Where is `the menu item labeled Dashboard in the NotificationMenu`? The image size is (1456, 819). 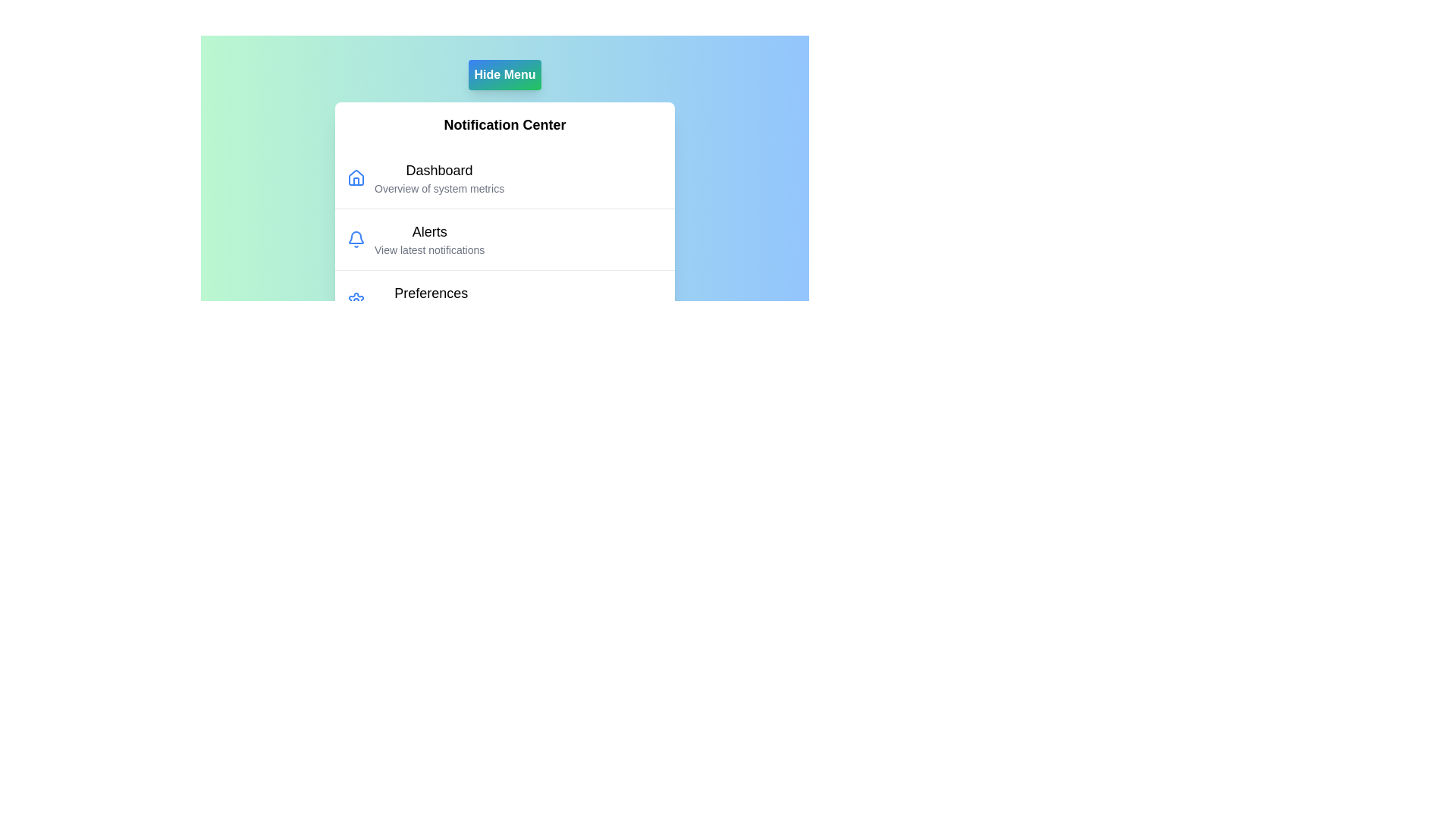 the menu item labeled Dashboard in the NotificationMenu is located at coordinates (438, 170).